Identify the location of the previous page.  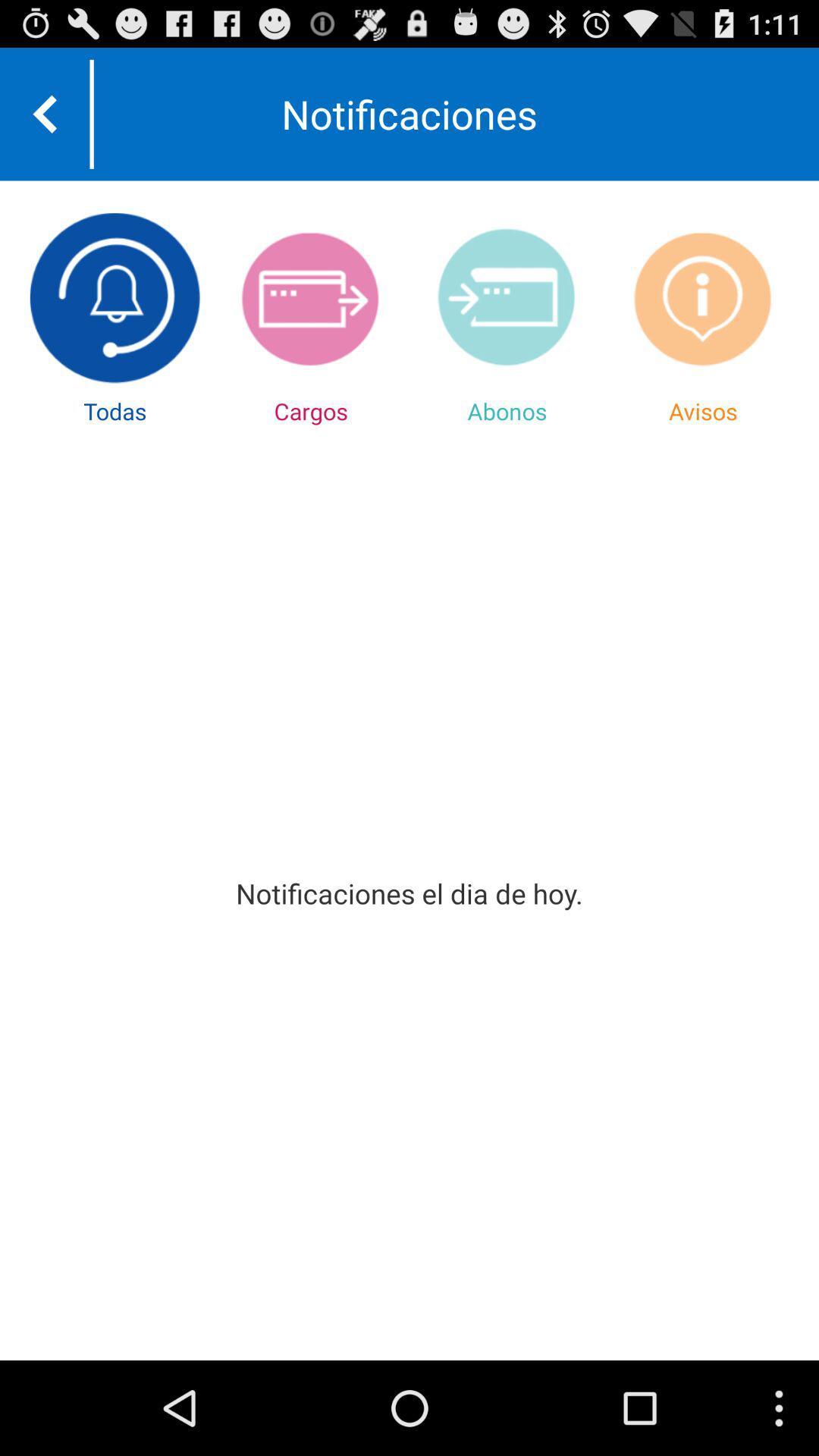
(44, 113).